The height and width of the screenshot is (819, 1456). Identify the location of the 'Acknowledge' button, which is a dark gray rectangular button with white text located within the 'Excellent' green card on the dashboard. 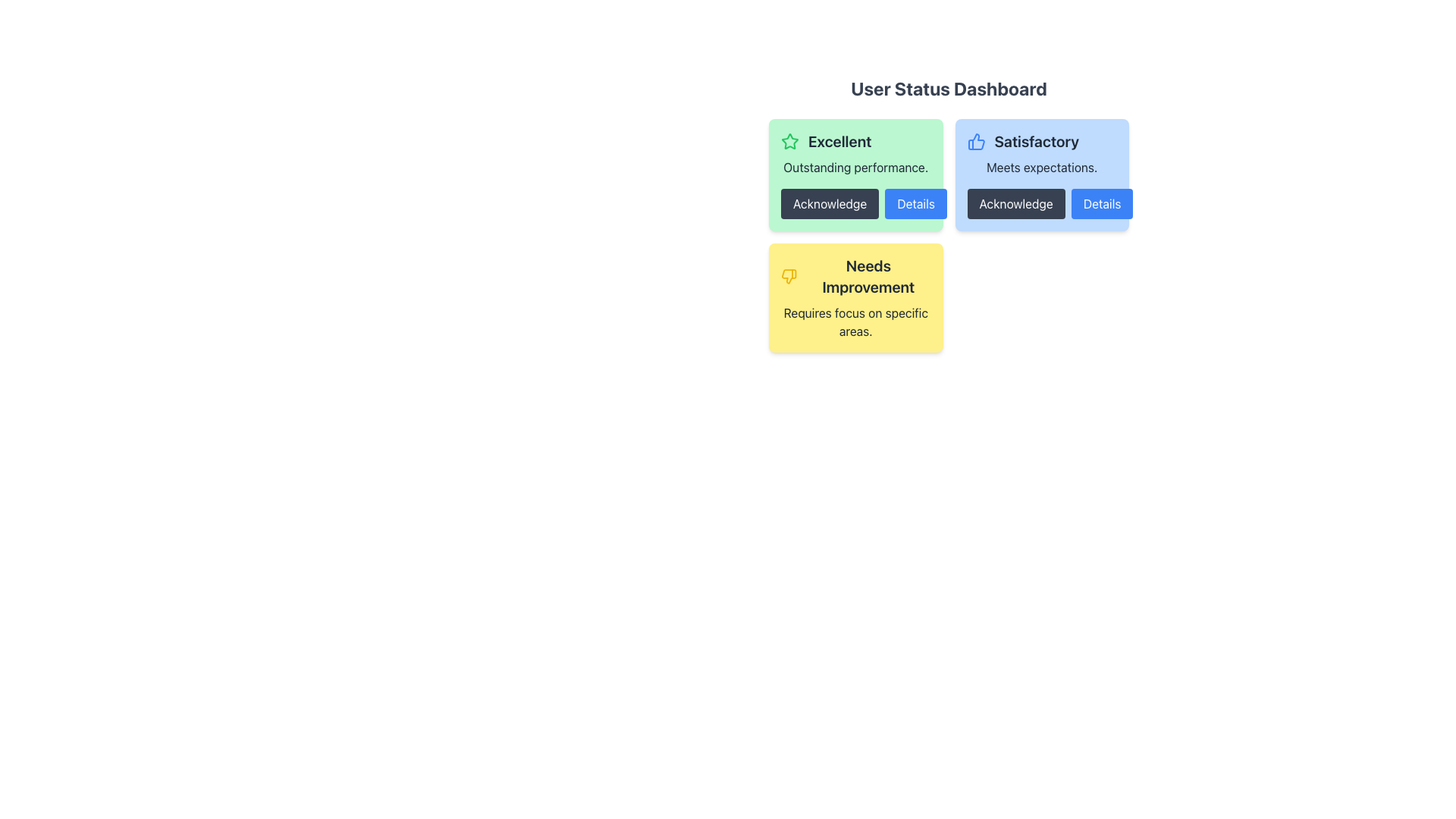
(855, 203).